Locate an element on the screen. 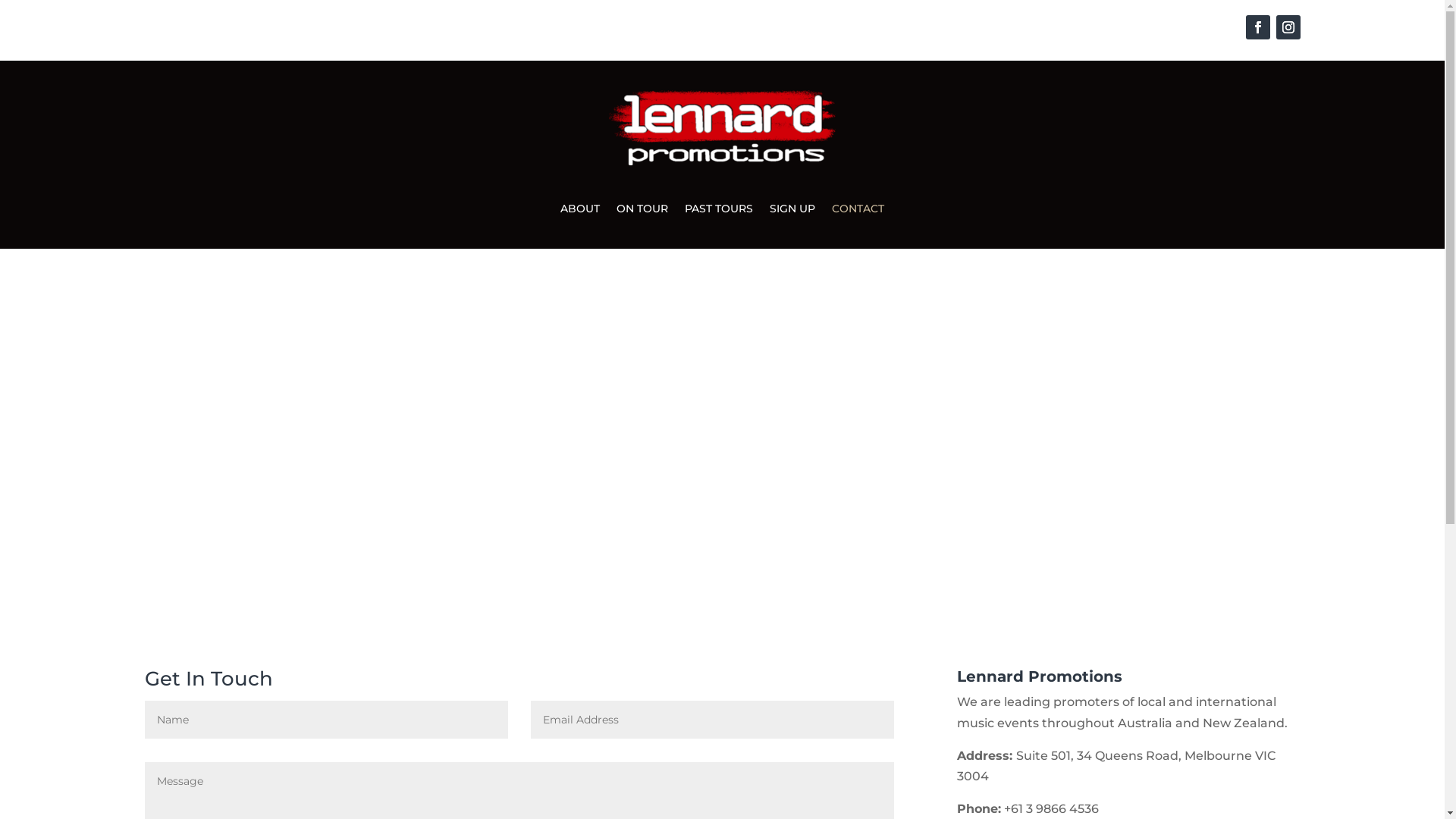 This screenshot has width=1456, height=819. 'ON TOUR' is located at coordinates (642, 211).